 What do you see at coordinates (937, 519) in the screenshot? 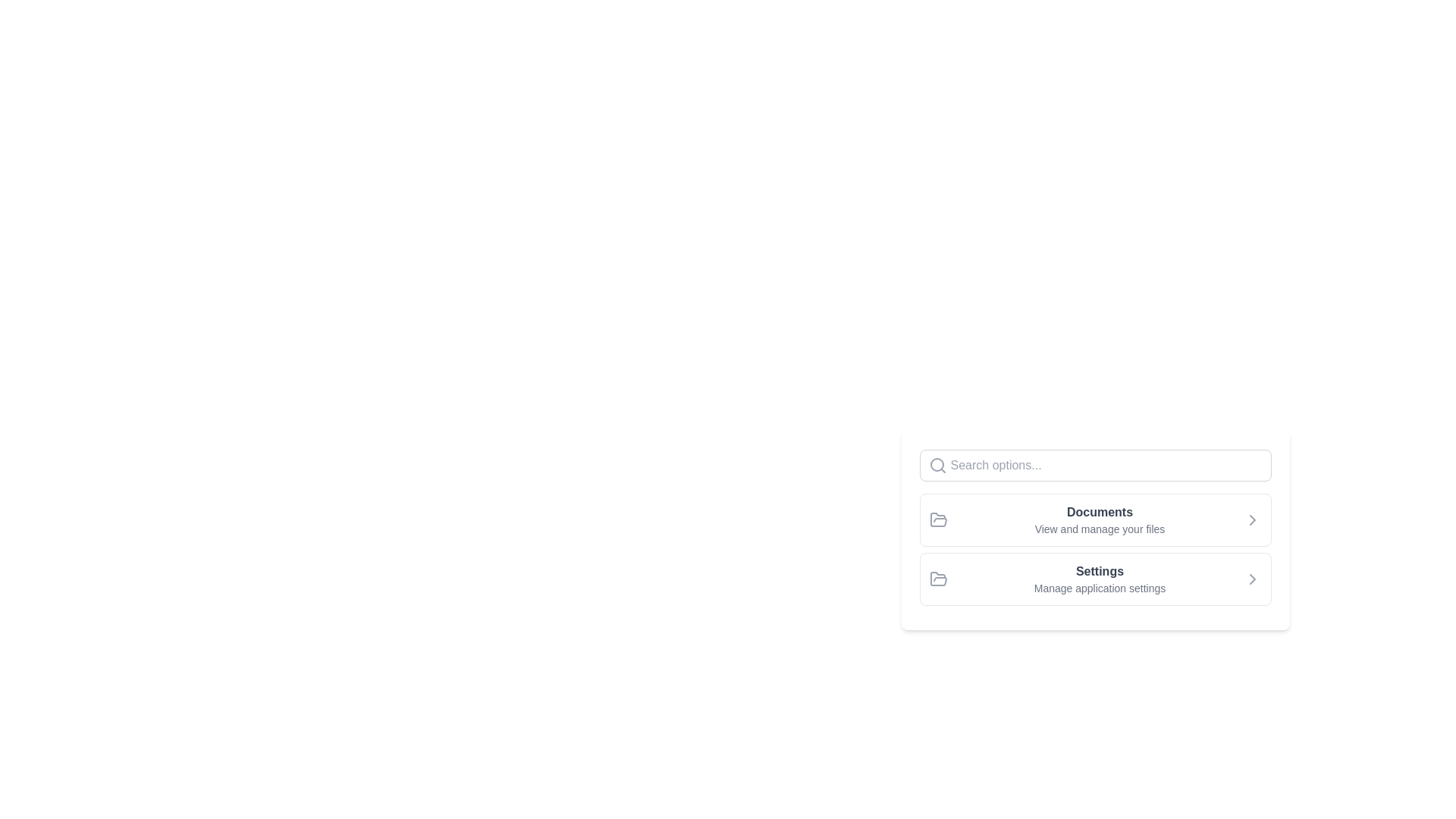
I see `details of the open folder icon located to the left of the 'Documents' text block` at bounding box center [937, 519].